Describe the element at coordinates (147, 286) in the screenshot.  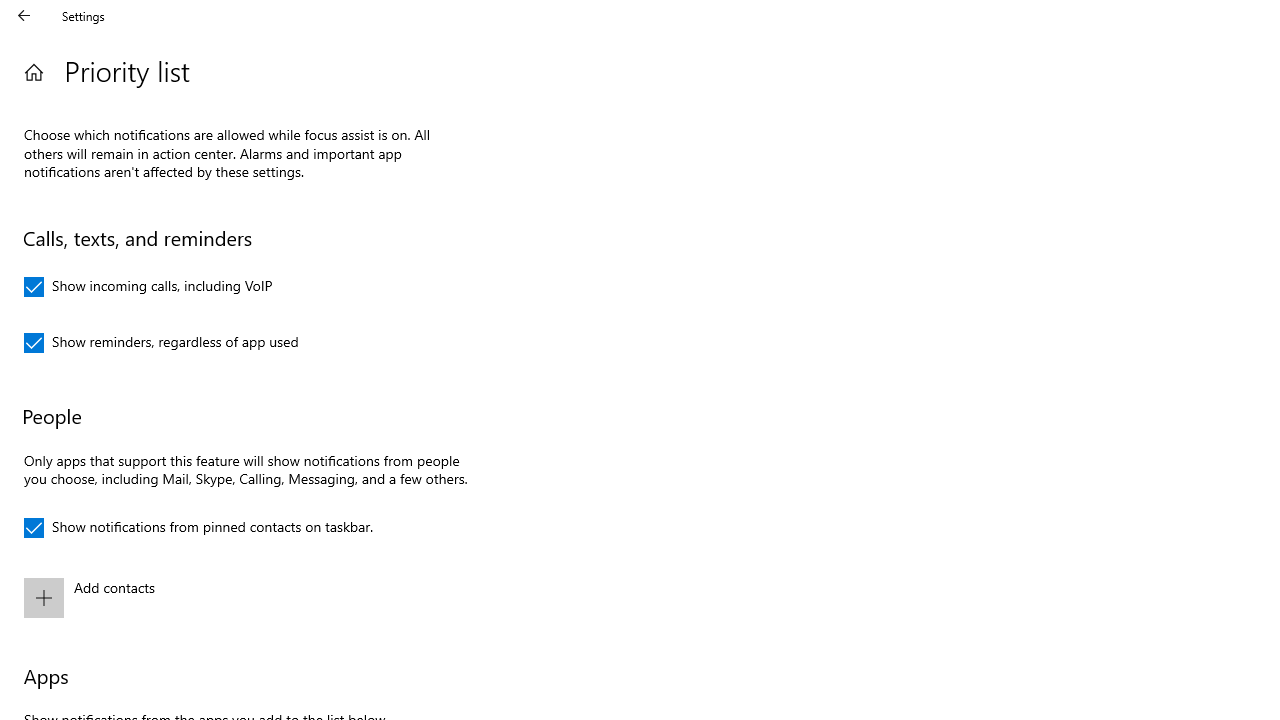
I see `'Show incoming calls, including VoIP'` at that location.